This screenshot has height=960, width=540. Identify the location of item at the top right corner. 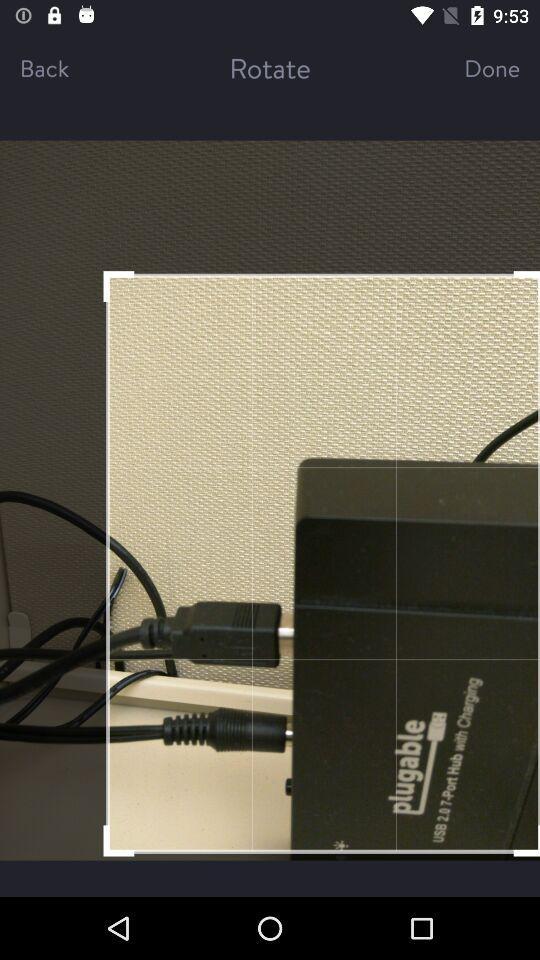
(473, 67).